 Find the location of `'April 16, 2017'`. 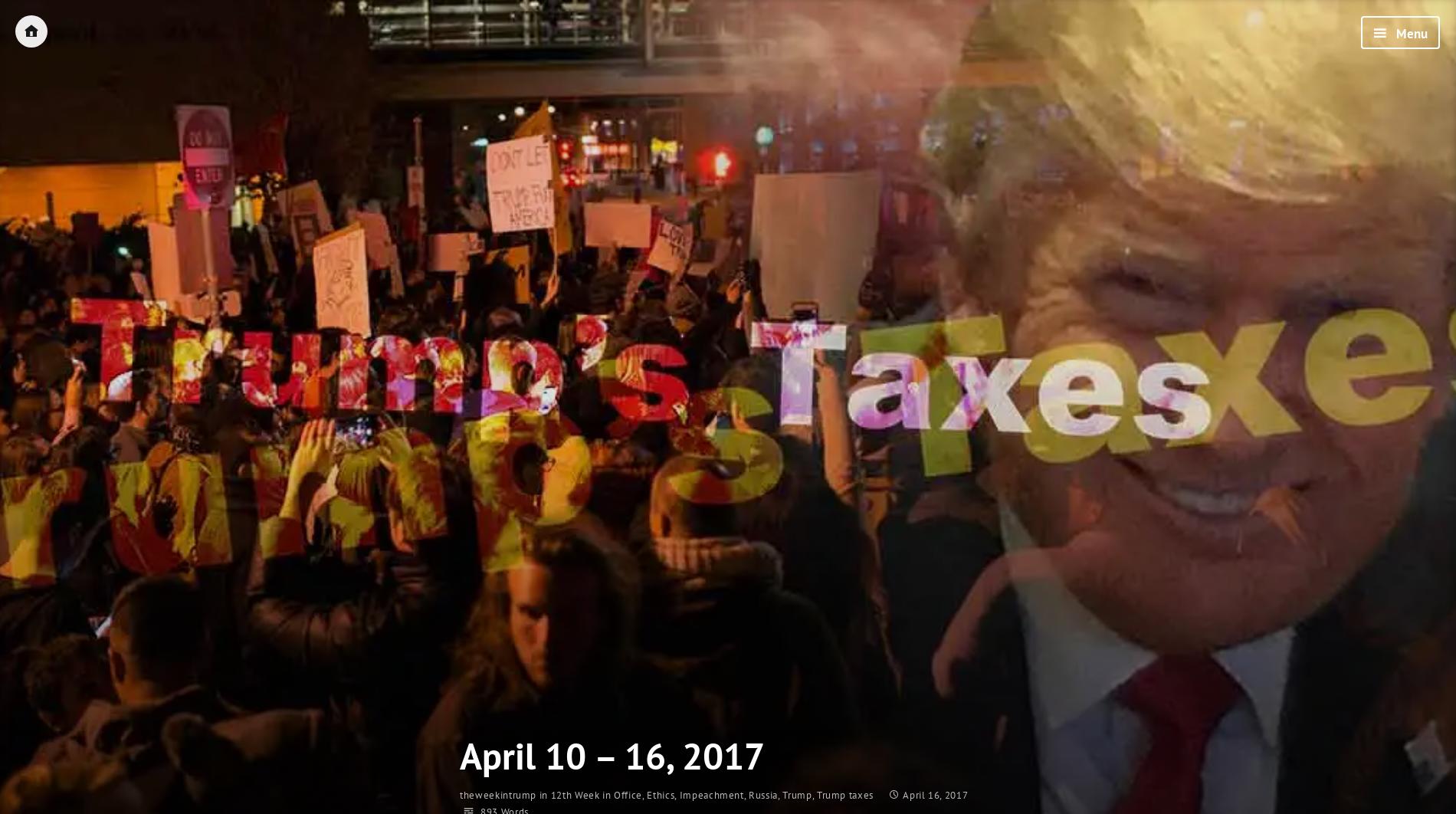

'April 16, 2017' is located at coordinates (934, 794).